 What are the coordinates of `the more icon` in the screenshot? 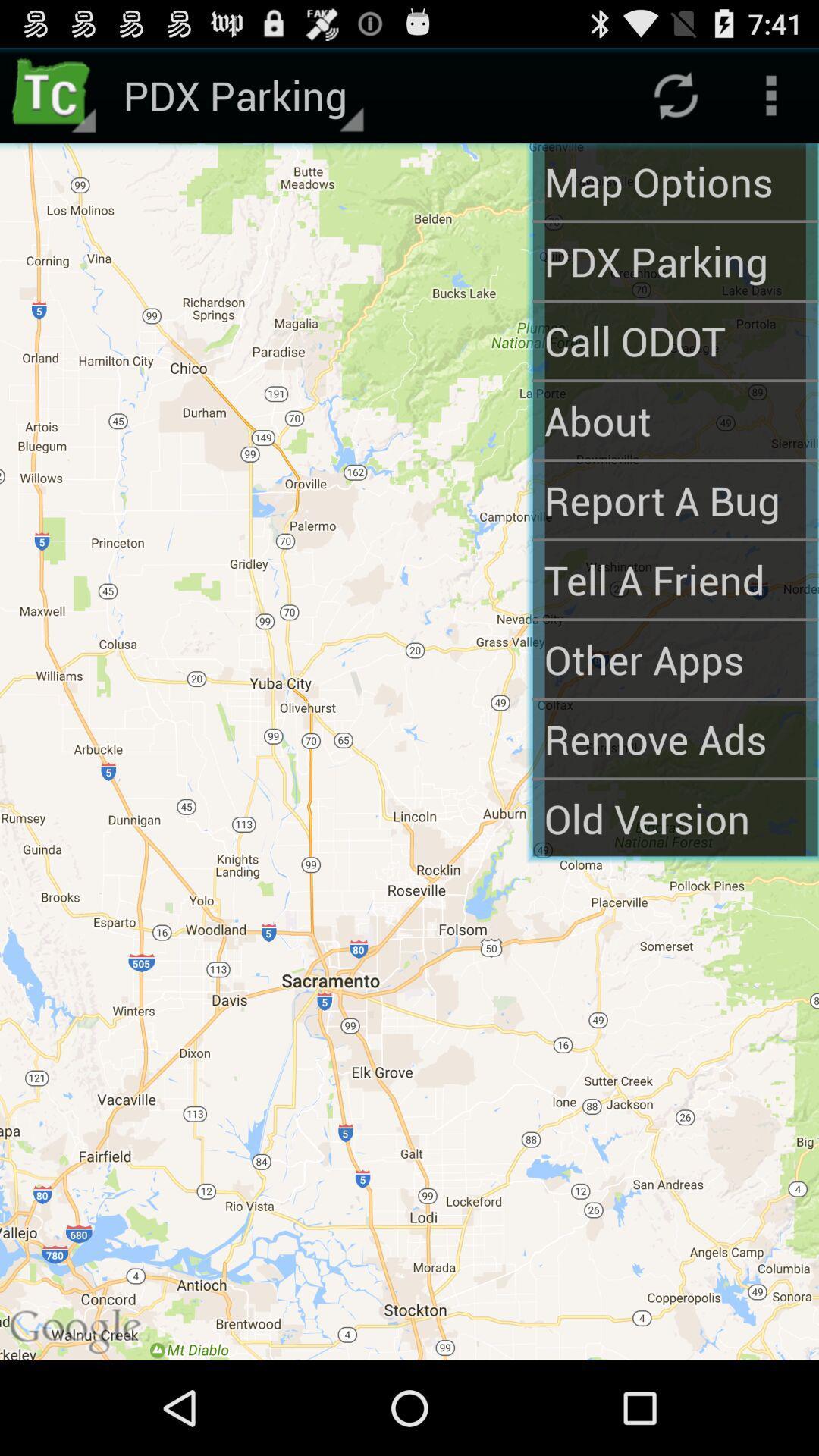 It's located at (771, 101).